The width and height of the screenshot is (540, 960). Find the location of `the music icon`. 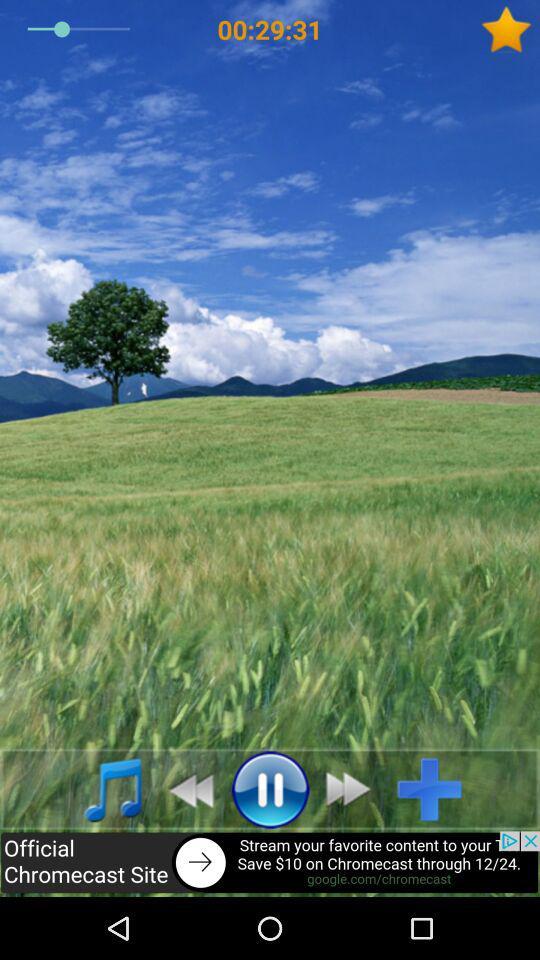

the music icon is located at coordinates (102, 789).